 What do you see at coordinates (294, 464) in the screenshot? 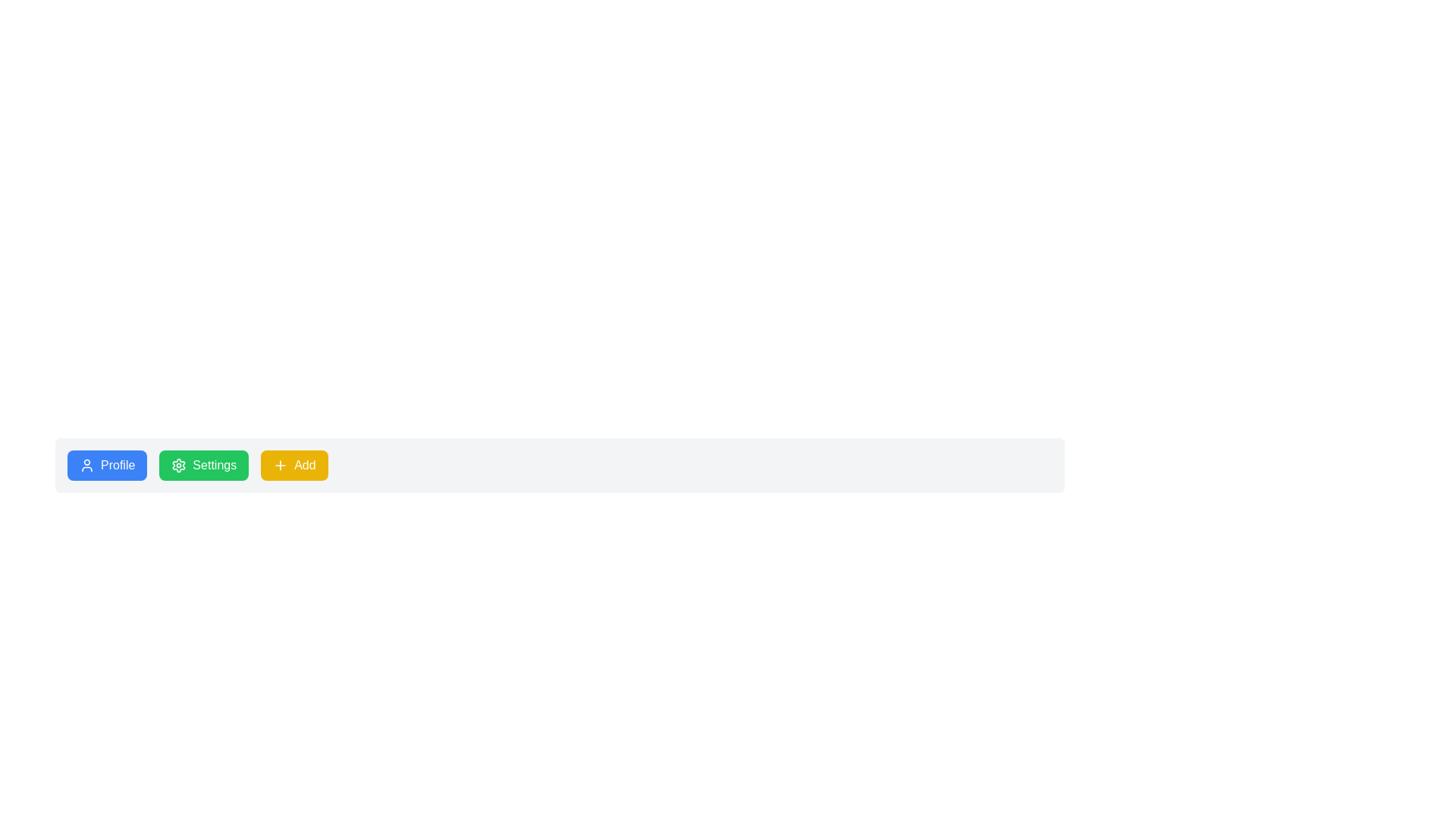
I see `the yellow button with rounded corners labeled 'Add', which is positioned at the third place in a row of buttons` at bounding box center [294, 464].